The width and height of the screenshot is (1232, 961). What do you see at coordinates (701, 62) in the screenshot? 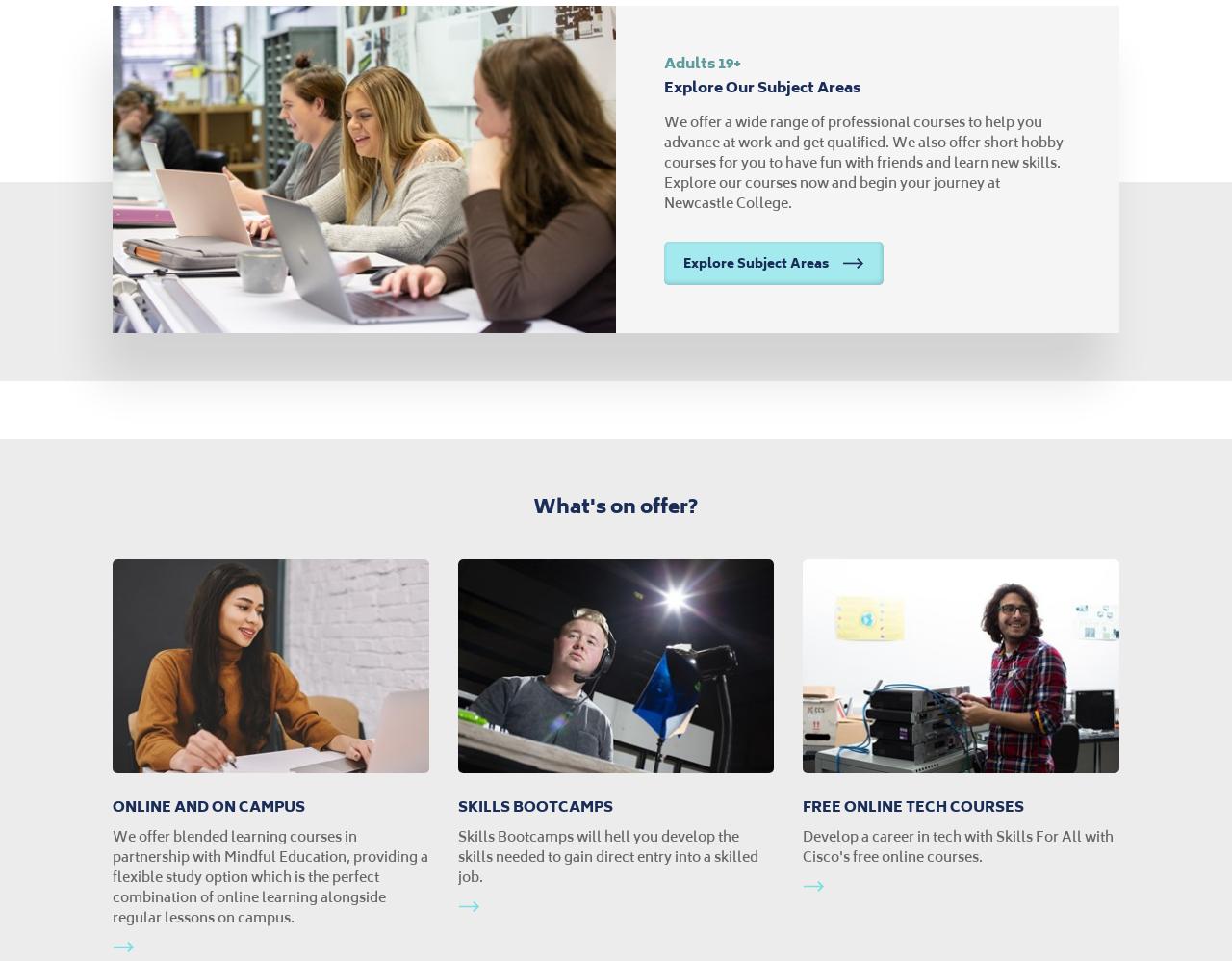
I see `'Adults 19+'` at bounding box center [701, 62].